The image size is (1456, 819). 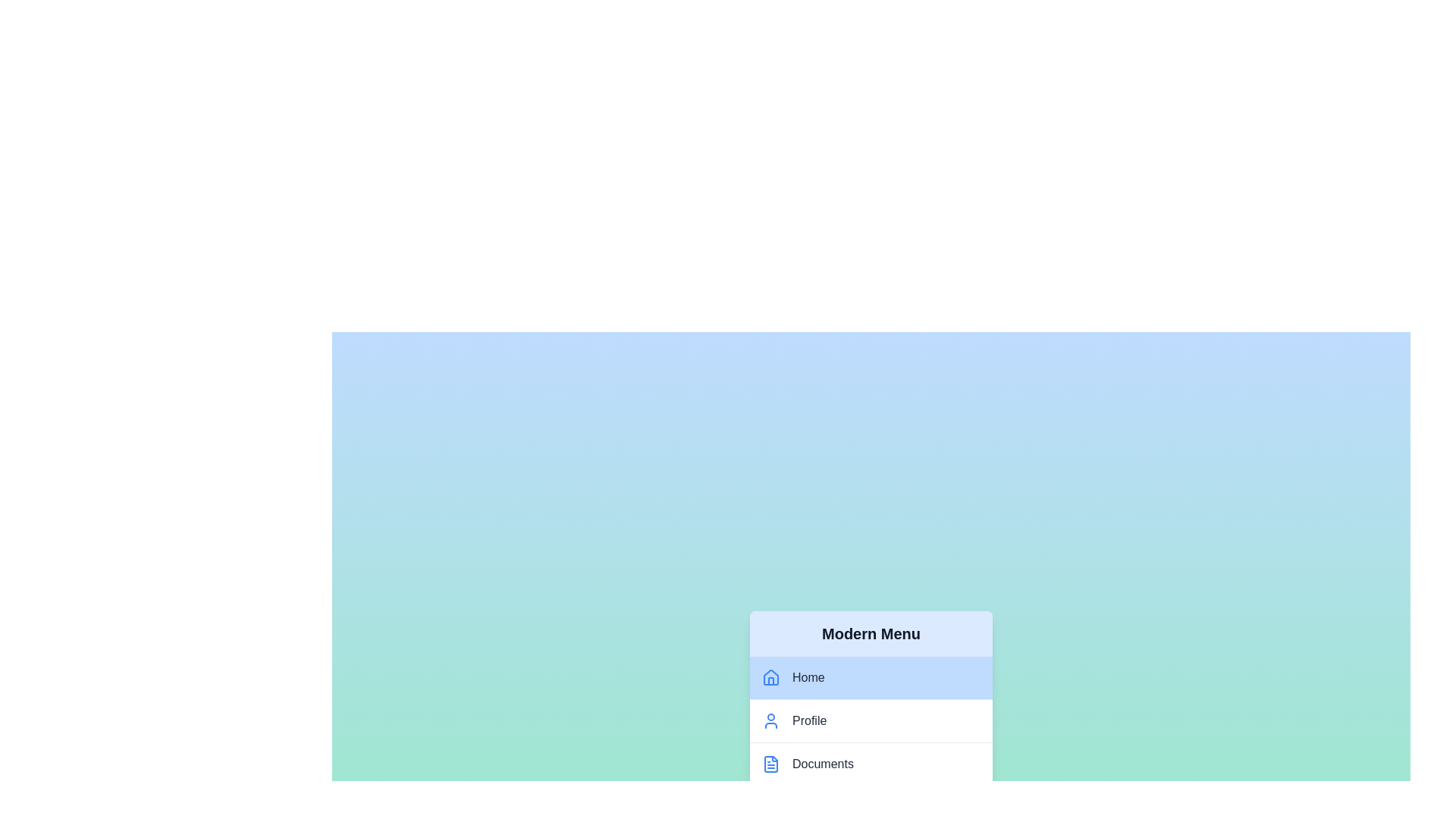 What do you see at coordinates (871, 677) in the screenshot?
I see `the menu item labeled Home to navigate to the corresponding view` at bounding box center [871, 677].